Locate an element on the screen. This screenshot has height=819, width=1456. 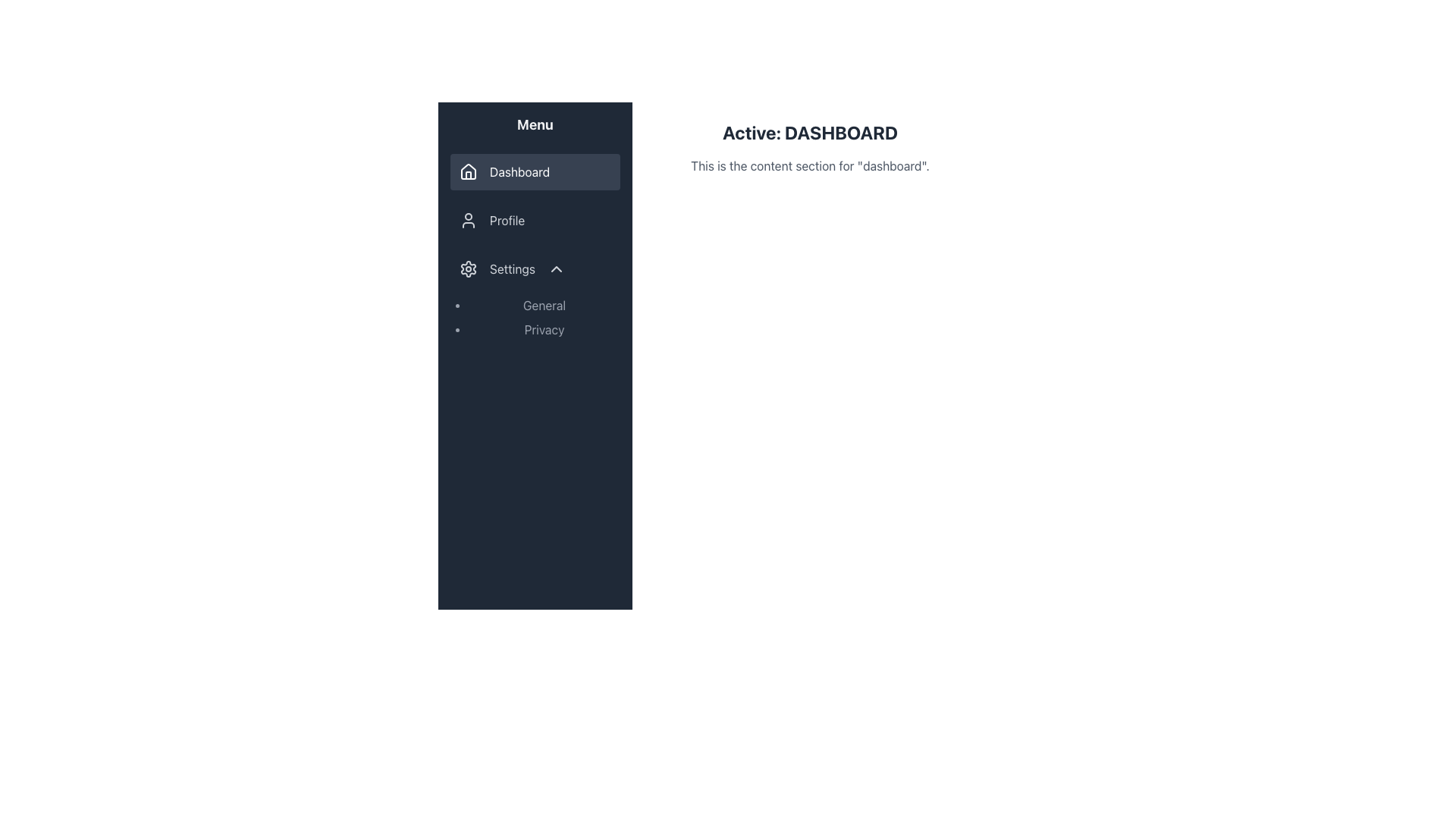
the 'Settings' menu item, which is the third item in the sidebar and features a gear icon is located at coordinates (535, 268).